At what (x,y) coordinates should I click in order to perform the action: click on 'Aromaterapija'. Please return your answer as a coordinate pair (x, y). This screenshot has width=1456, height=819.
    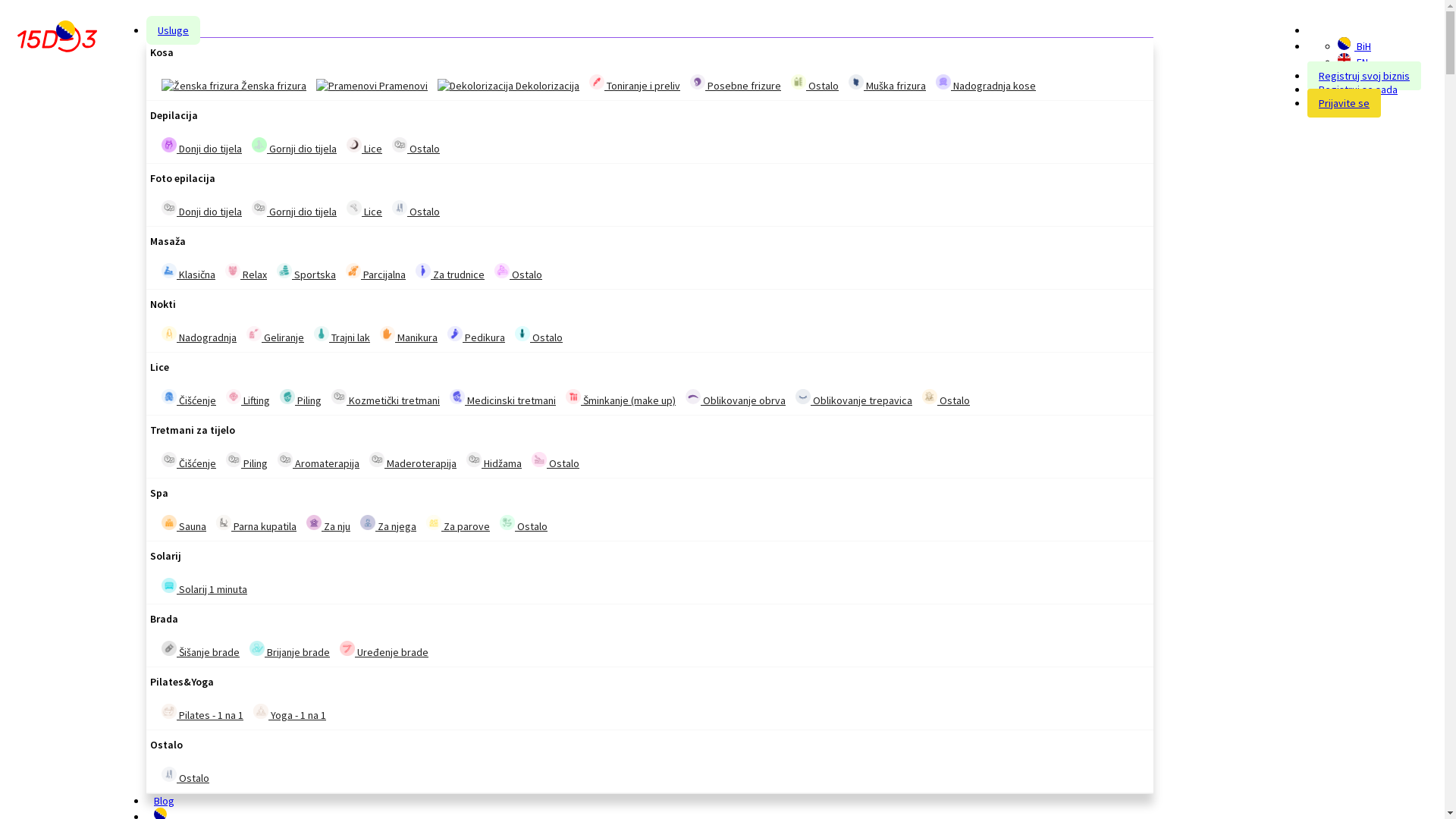
    Looking at the image, I should click on (318, 460).